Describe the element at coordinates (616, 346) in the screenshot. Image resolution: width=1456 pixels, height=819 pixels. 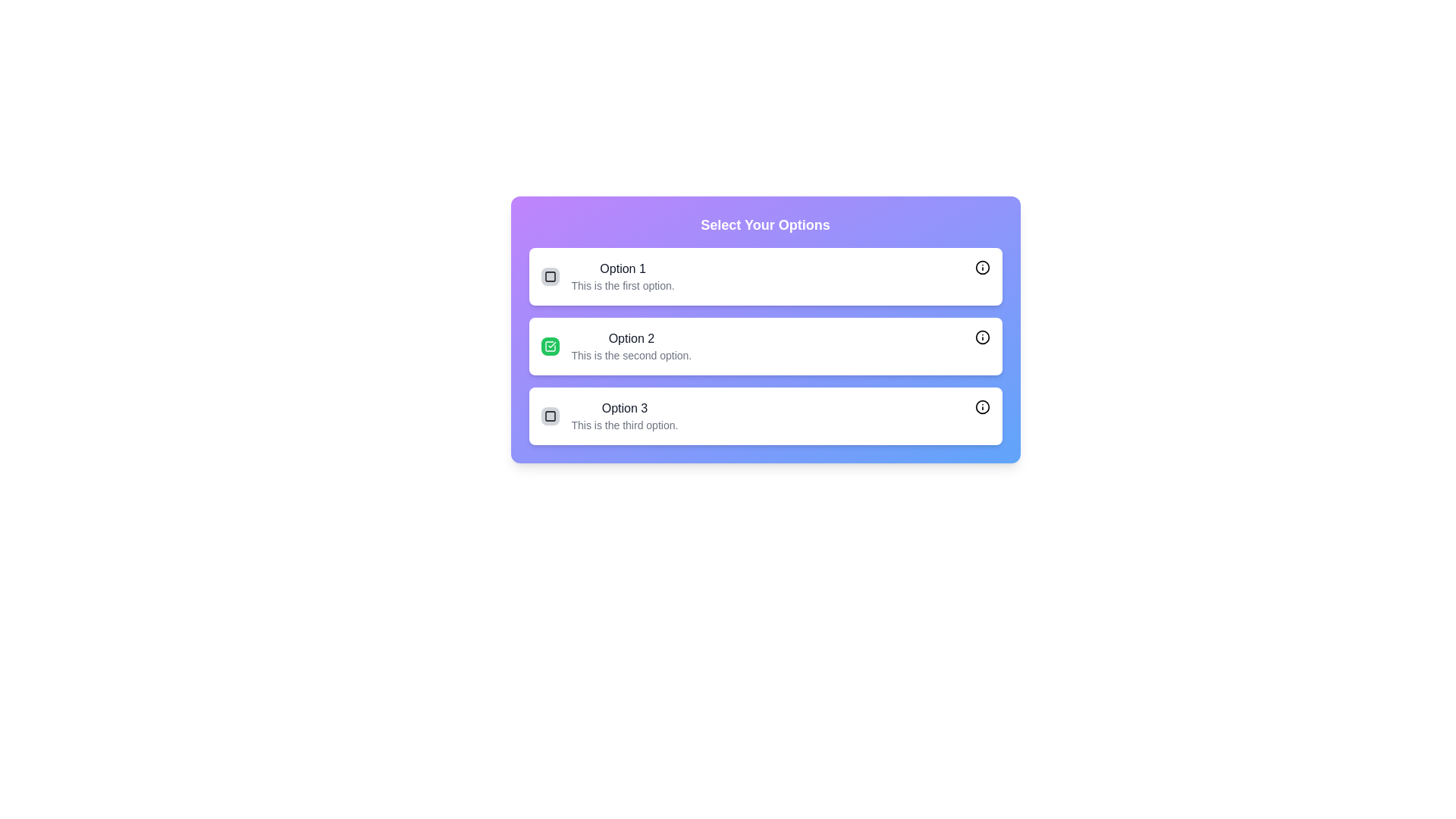
I see `textual description of the selected list item 'Option 2', which is indicated by a green checkmark icon` at that location.